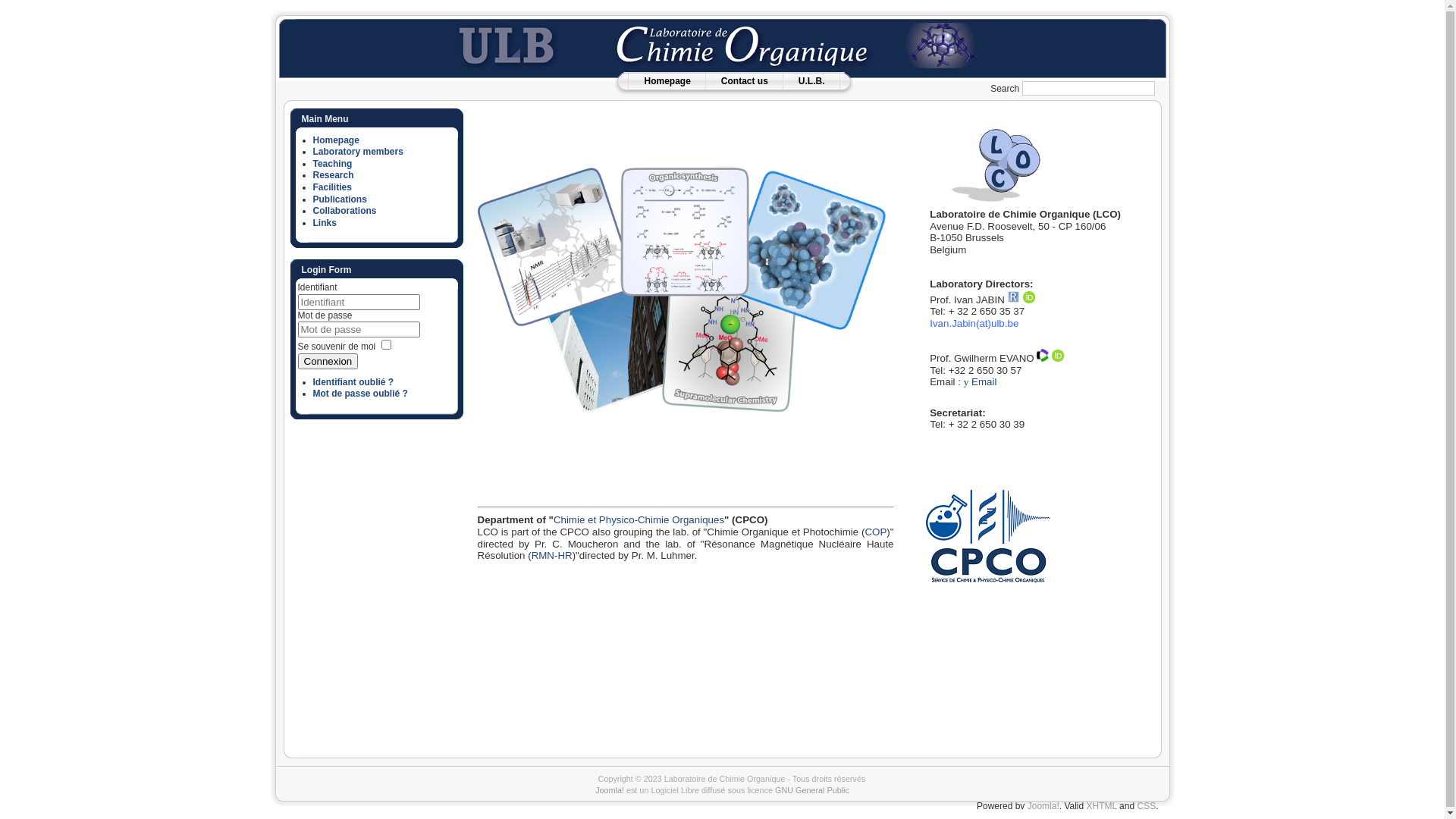 Image resolution: width=1456 pixels, height=819 pixels. I want to click on 'Connexion', so click(327, 361).